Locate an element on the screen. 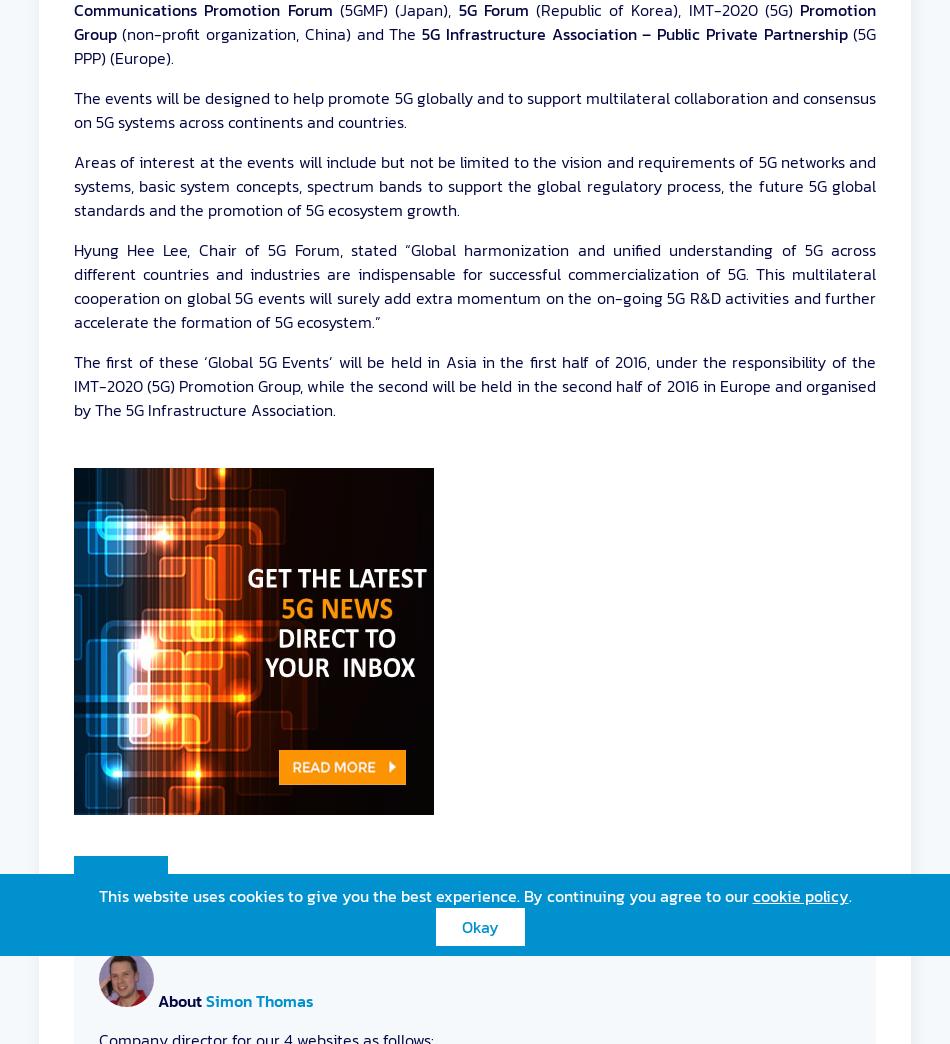  '.' is located at coordinates (848, 895).